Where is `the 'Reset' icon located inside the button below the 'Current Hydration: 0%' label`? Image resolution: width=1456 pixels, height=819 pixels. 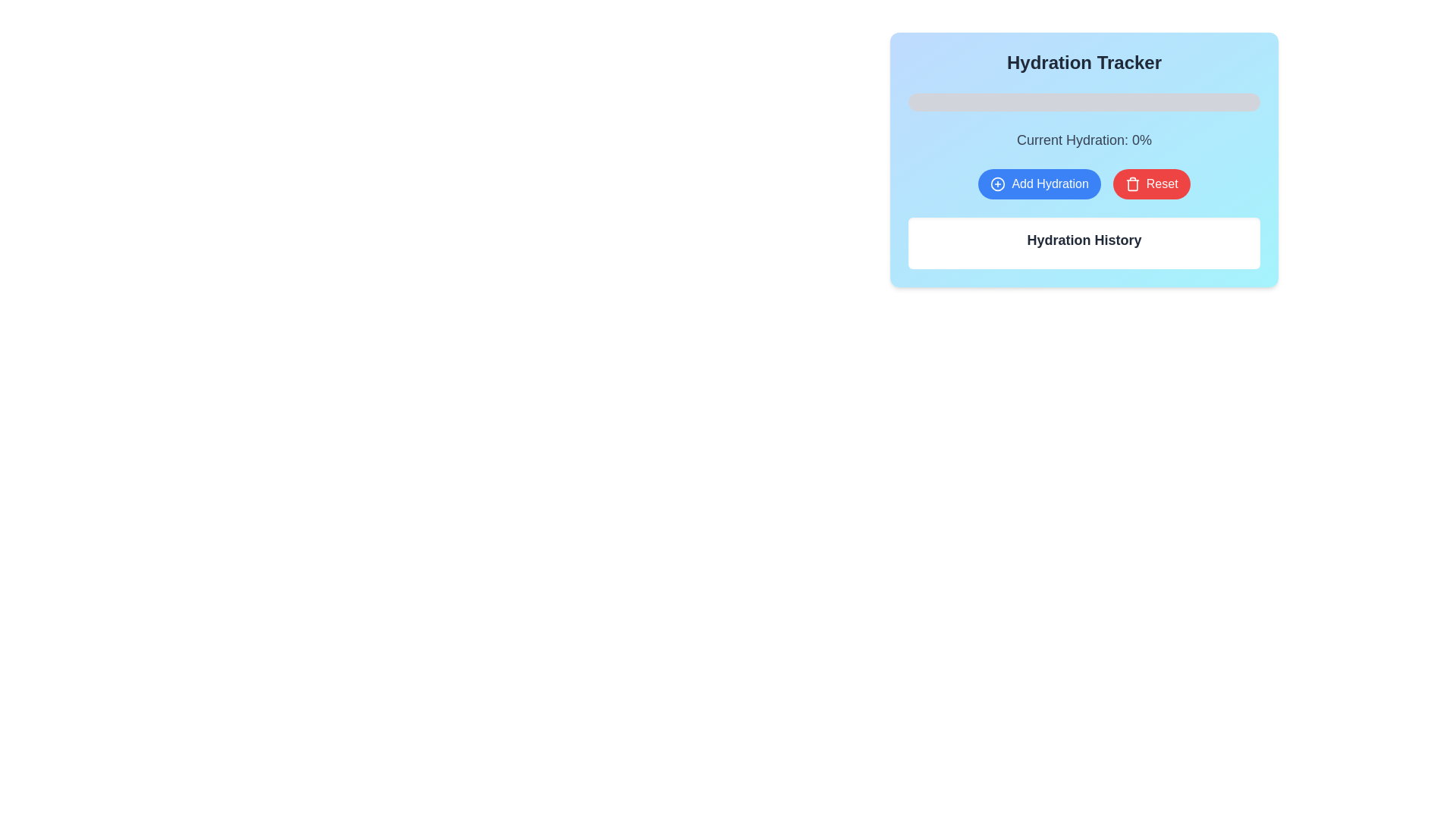 the 'Reset' icon located inside the button below the 'Current Hydration: 0%' label is located at coordinates (1132, 184).